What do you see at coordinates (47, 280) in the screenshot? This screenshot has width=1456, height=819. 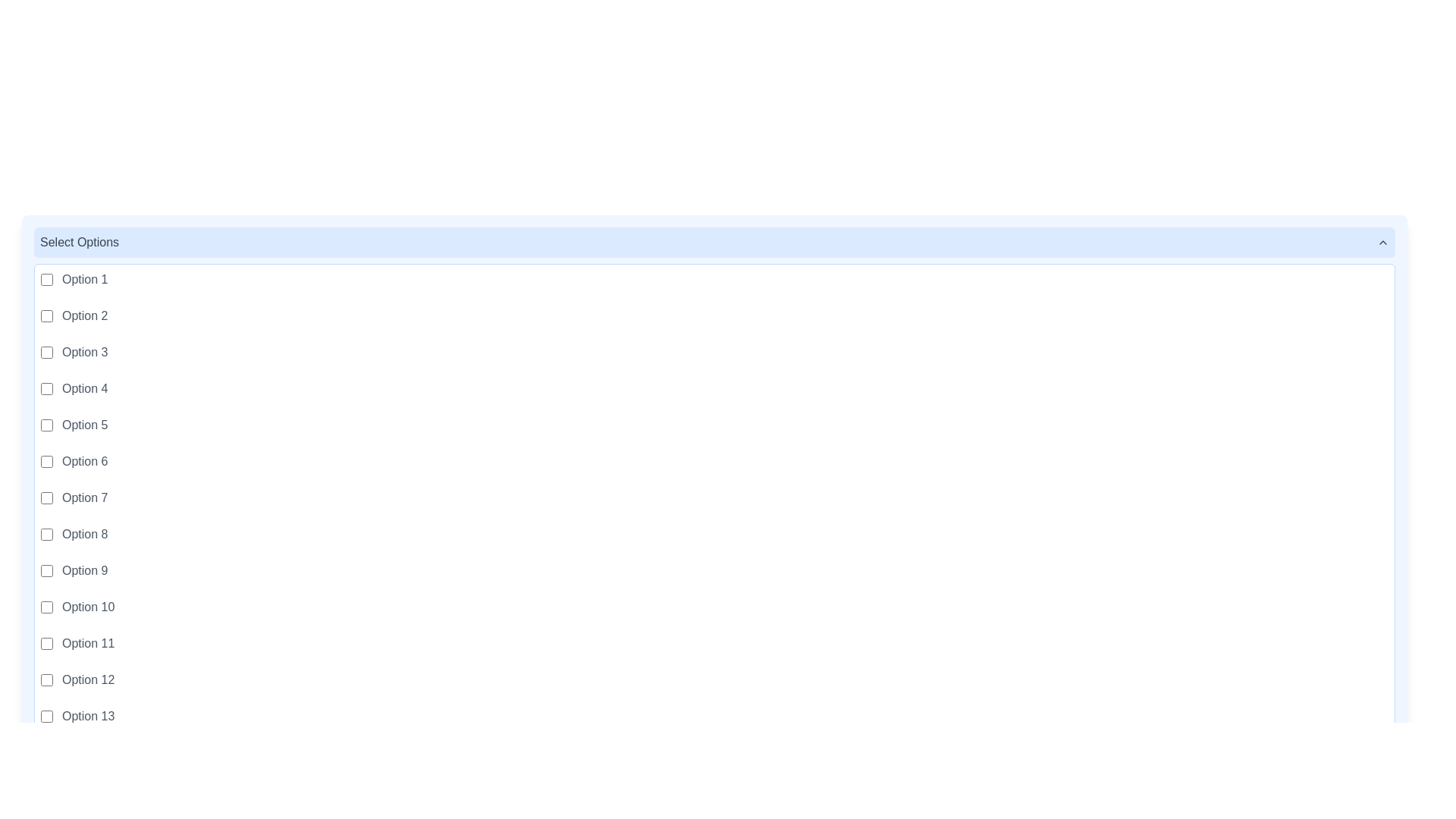 I see `label text associated with the first checkbox labeled 'Option 1' located in the top-left quadrant of the interface under 'Select Options'` at bounding box center [47, 280].